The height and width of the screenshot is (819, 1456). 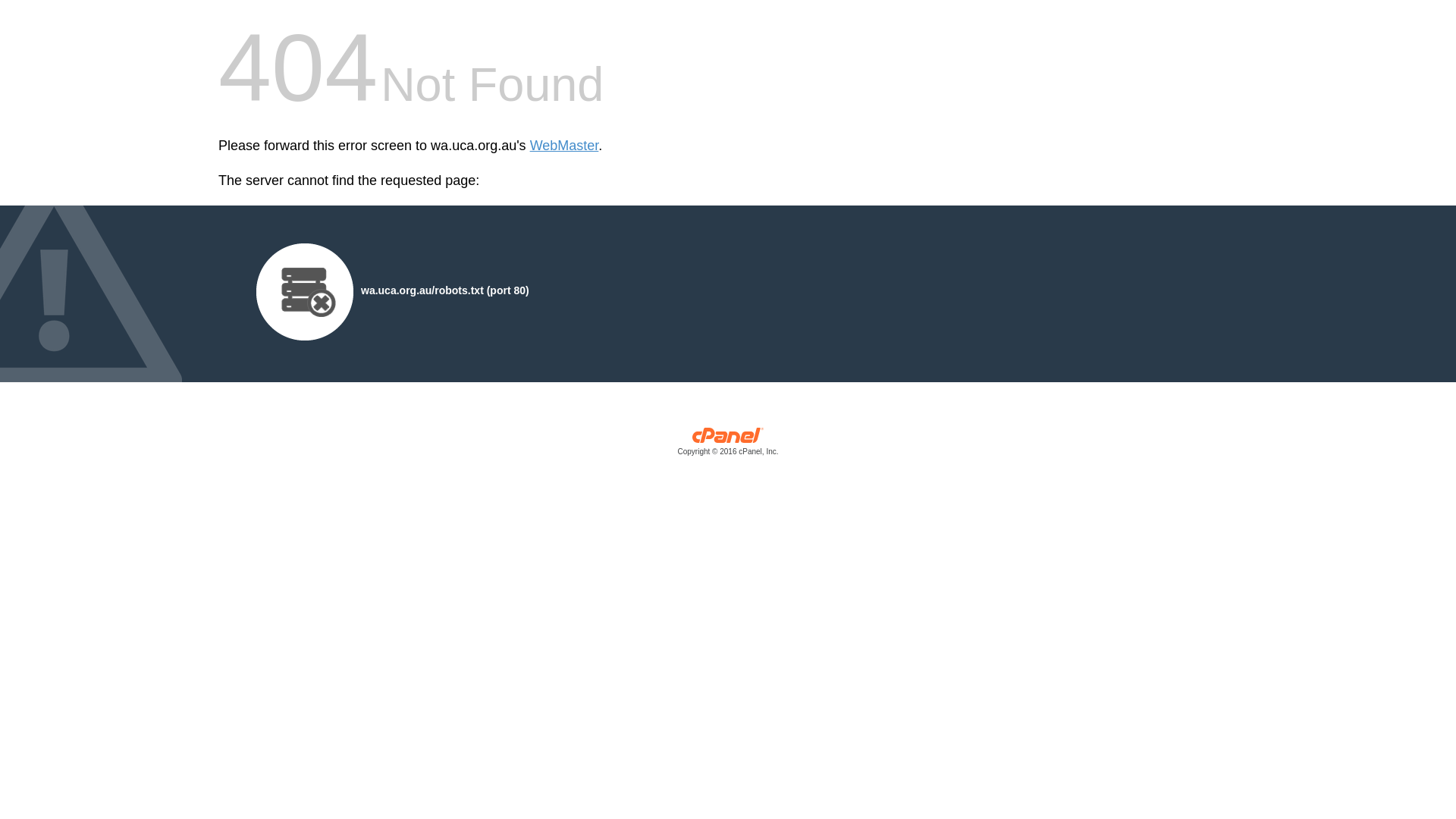 I want to click on 'WebMaster', so click(x=563, y=146).